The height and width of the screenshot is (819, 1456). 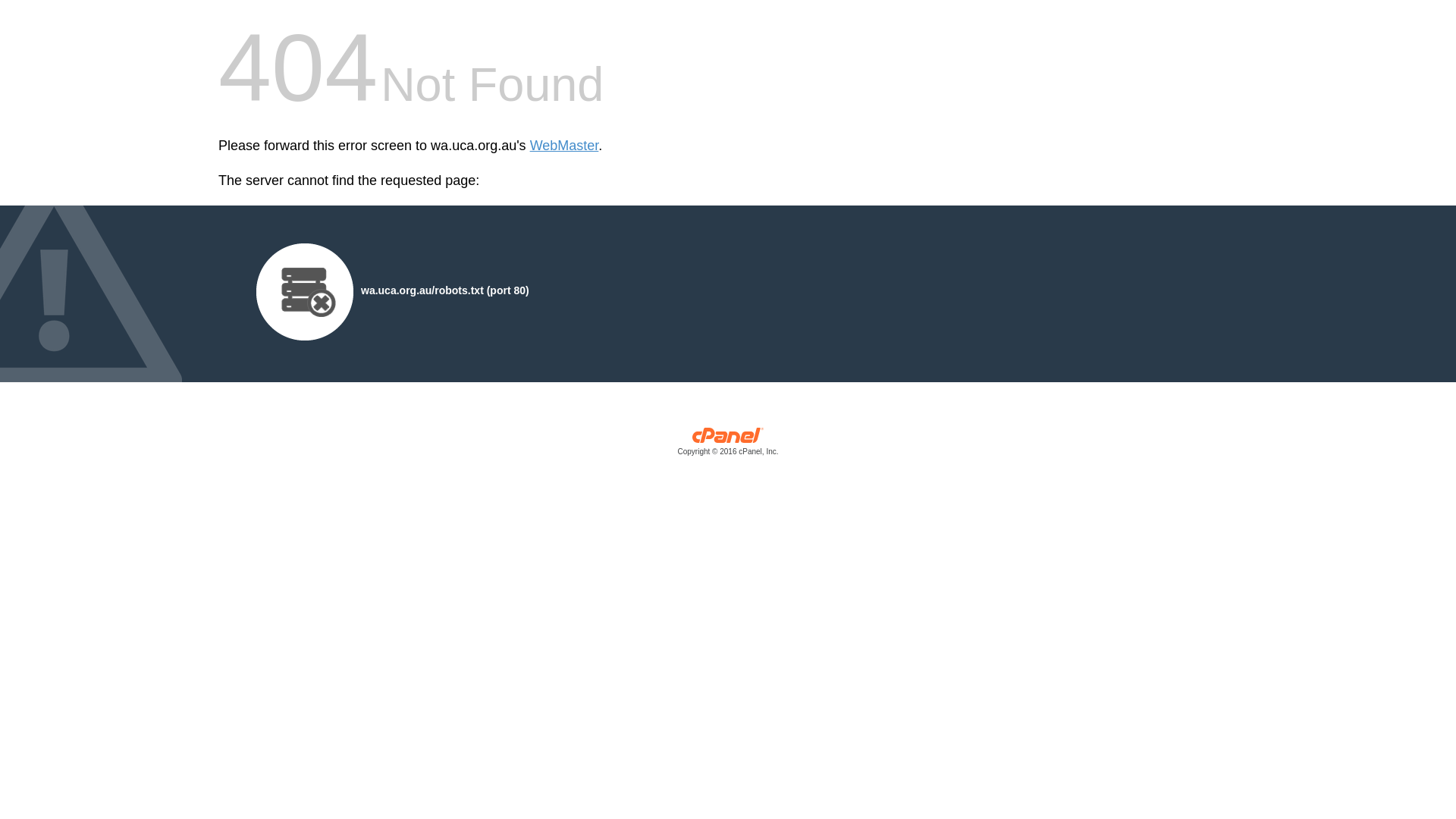 I want to click on 'WebMaster', so click(x=563, y=146).